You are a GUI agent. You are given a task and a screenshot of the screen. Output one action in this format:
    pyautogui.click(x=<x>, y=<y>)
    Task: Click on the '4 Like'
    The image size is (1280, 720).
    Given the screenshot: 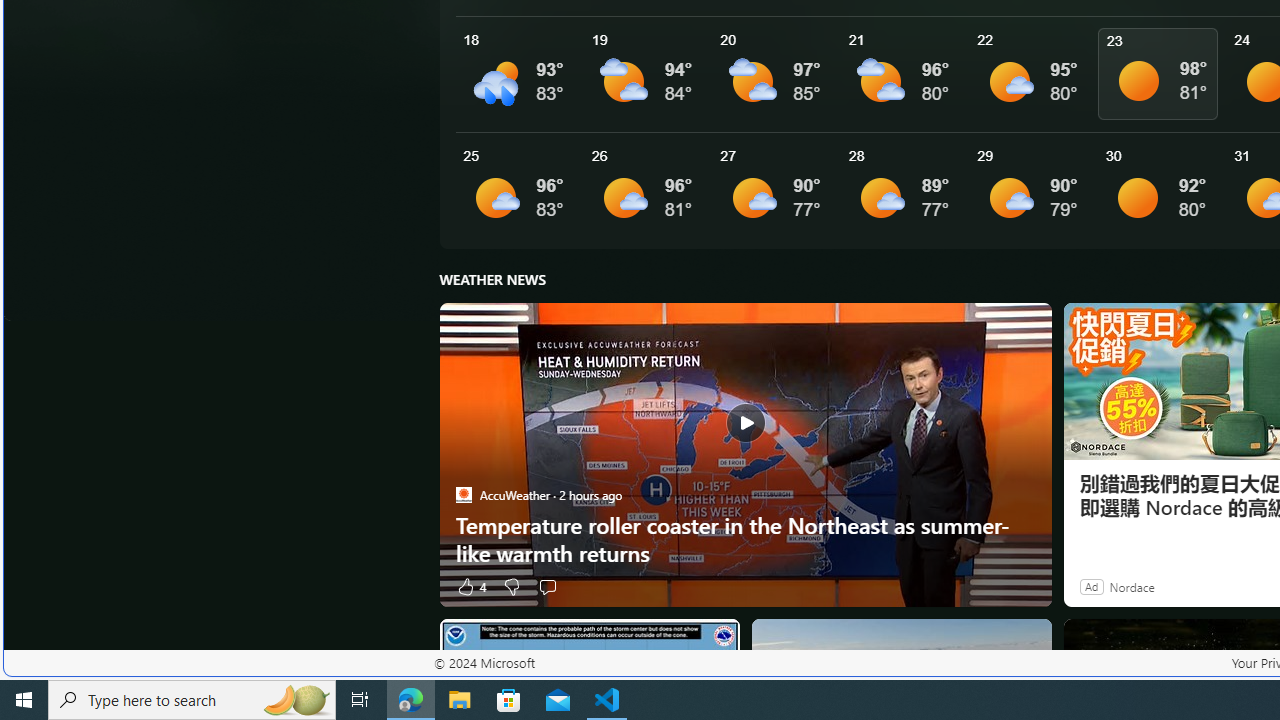 What is the action you would take?
    pyautogui.click(x=469, y=585)
    